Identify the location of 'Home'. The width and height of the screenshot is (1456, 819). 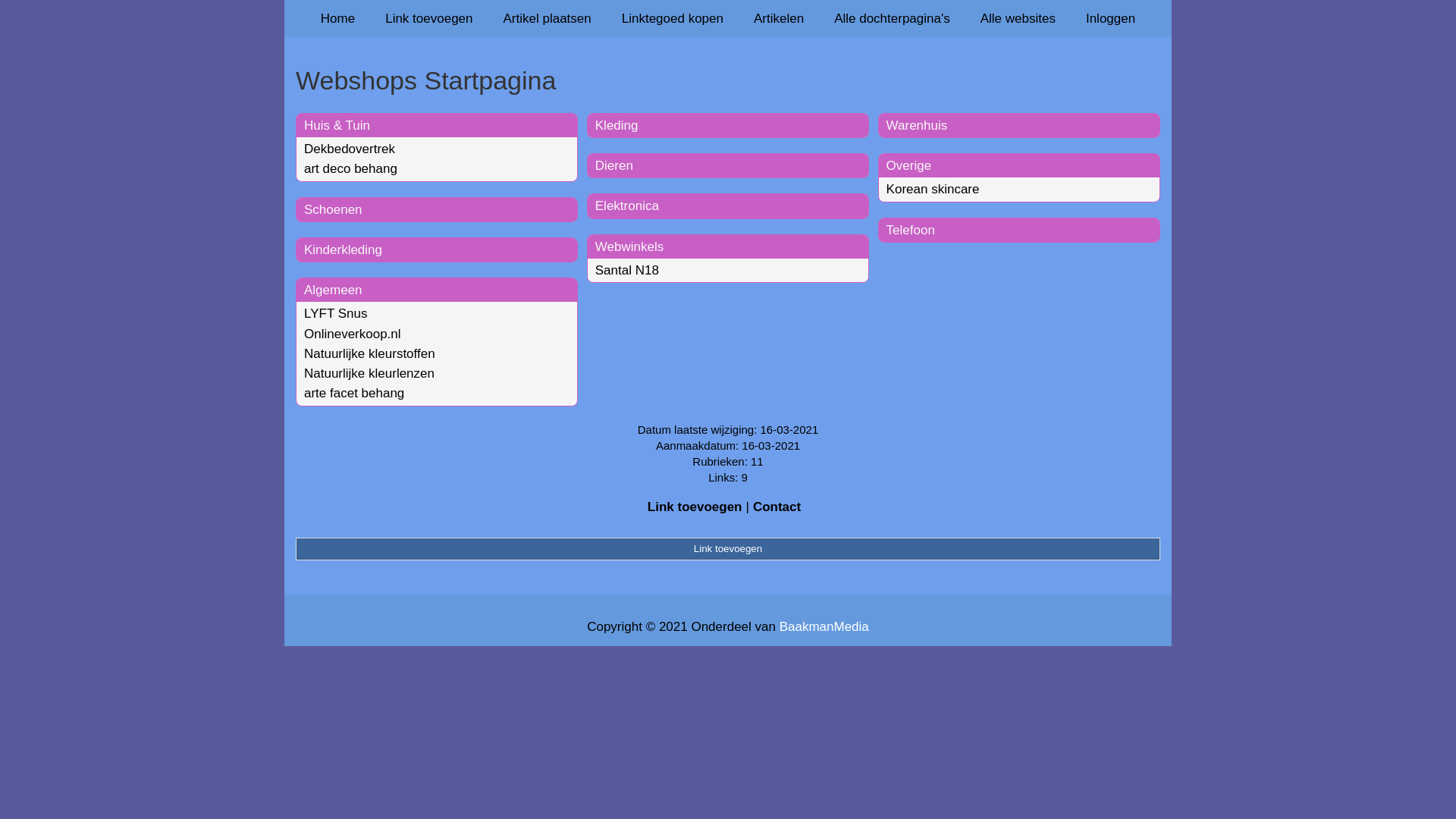
(337, 18).